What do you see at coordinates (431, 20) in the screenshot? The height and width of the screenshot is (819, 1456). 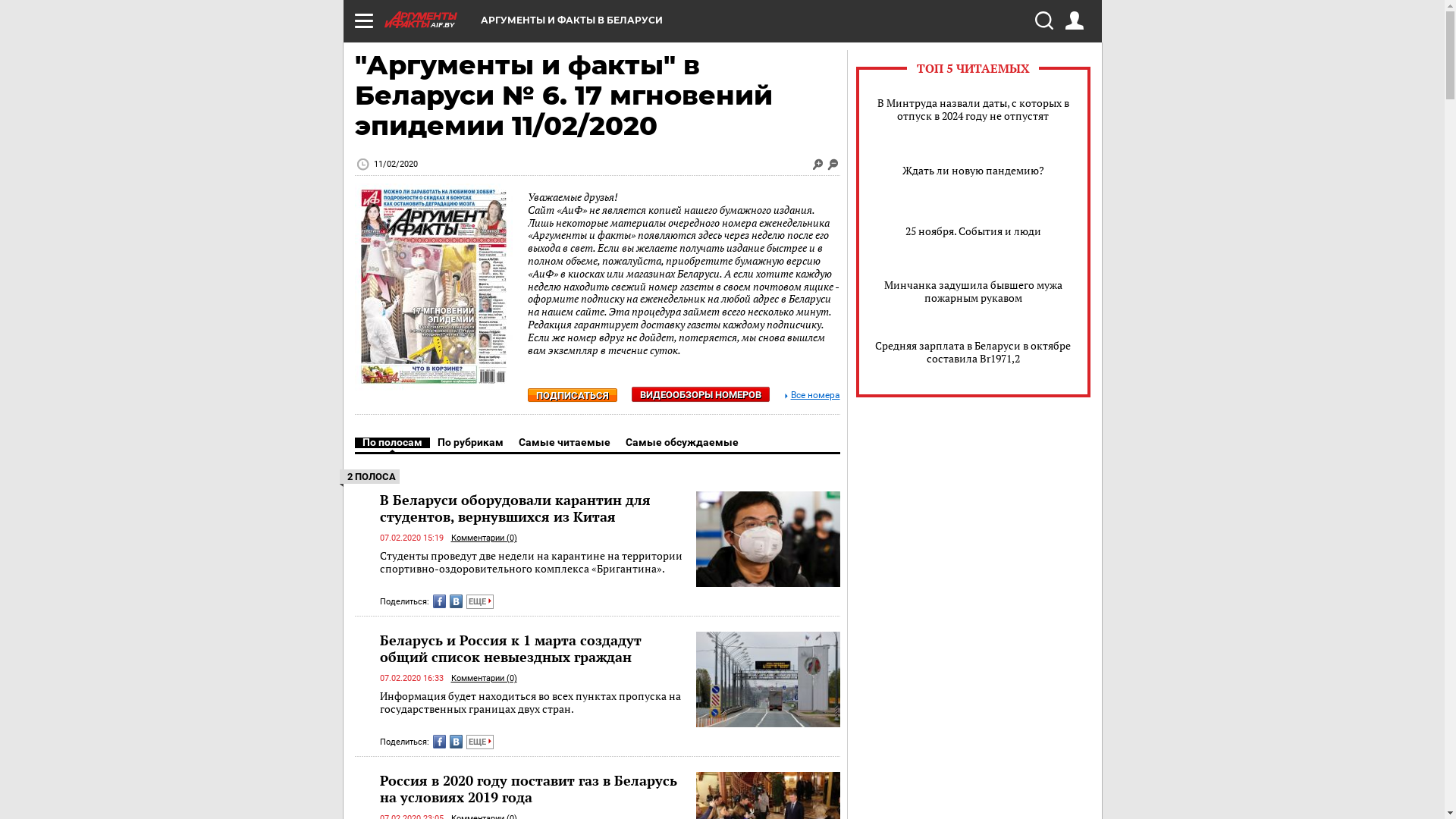 I see `'AIF.BY'` at bounding box center [431, 20].